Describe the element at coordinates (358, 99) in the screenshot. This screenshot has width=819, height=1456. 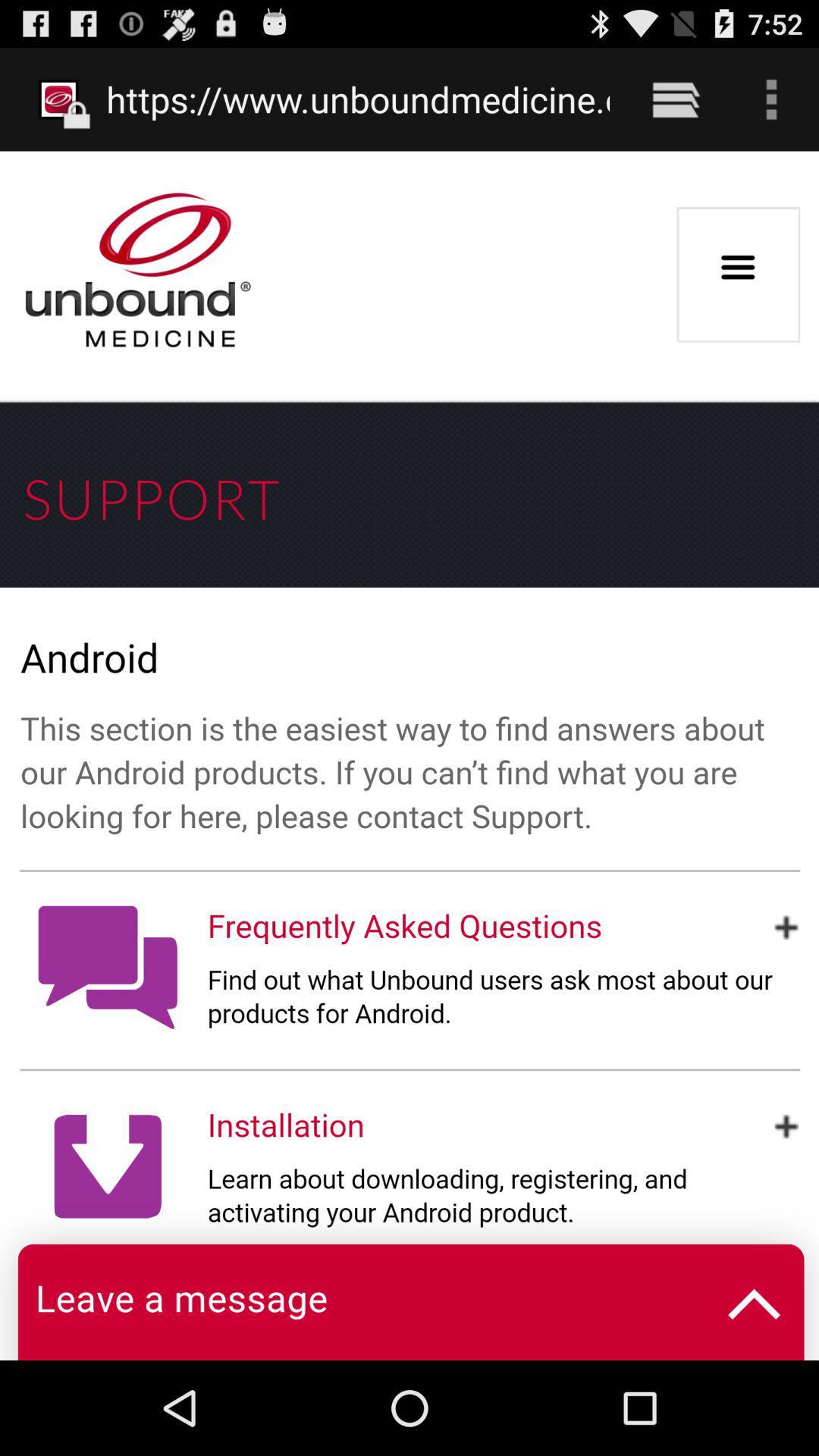
I see `the item at the top` at that location.